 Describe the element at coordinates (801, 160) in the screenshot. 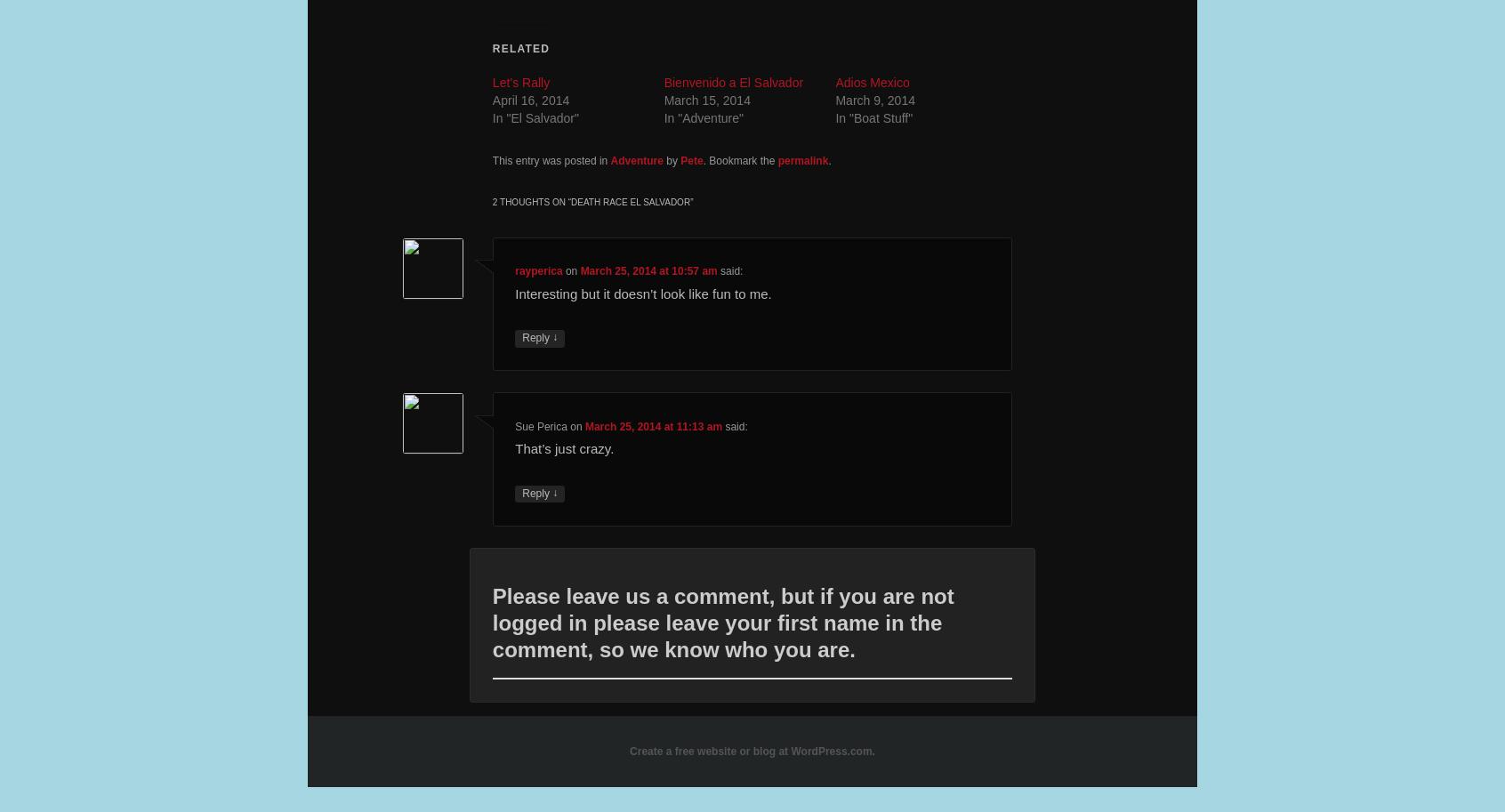

I see `'permalink'` at that location.